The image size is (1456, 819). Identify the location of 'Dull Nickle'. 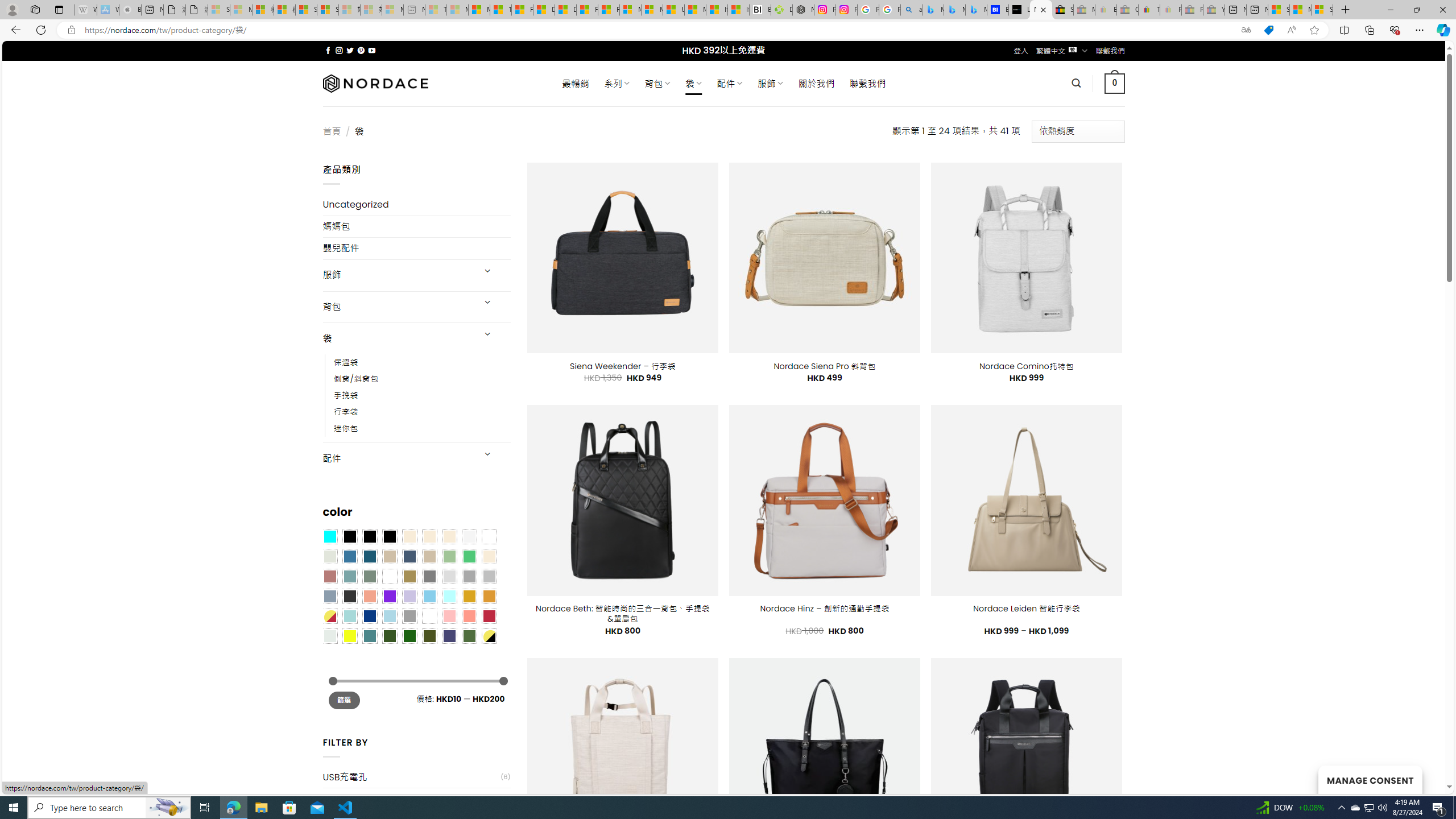
(329, 635).